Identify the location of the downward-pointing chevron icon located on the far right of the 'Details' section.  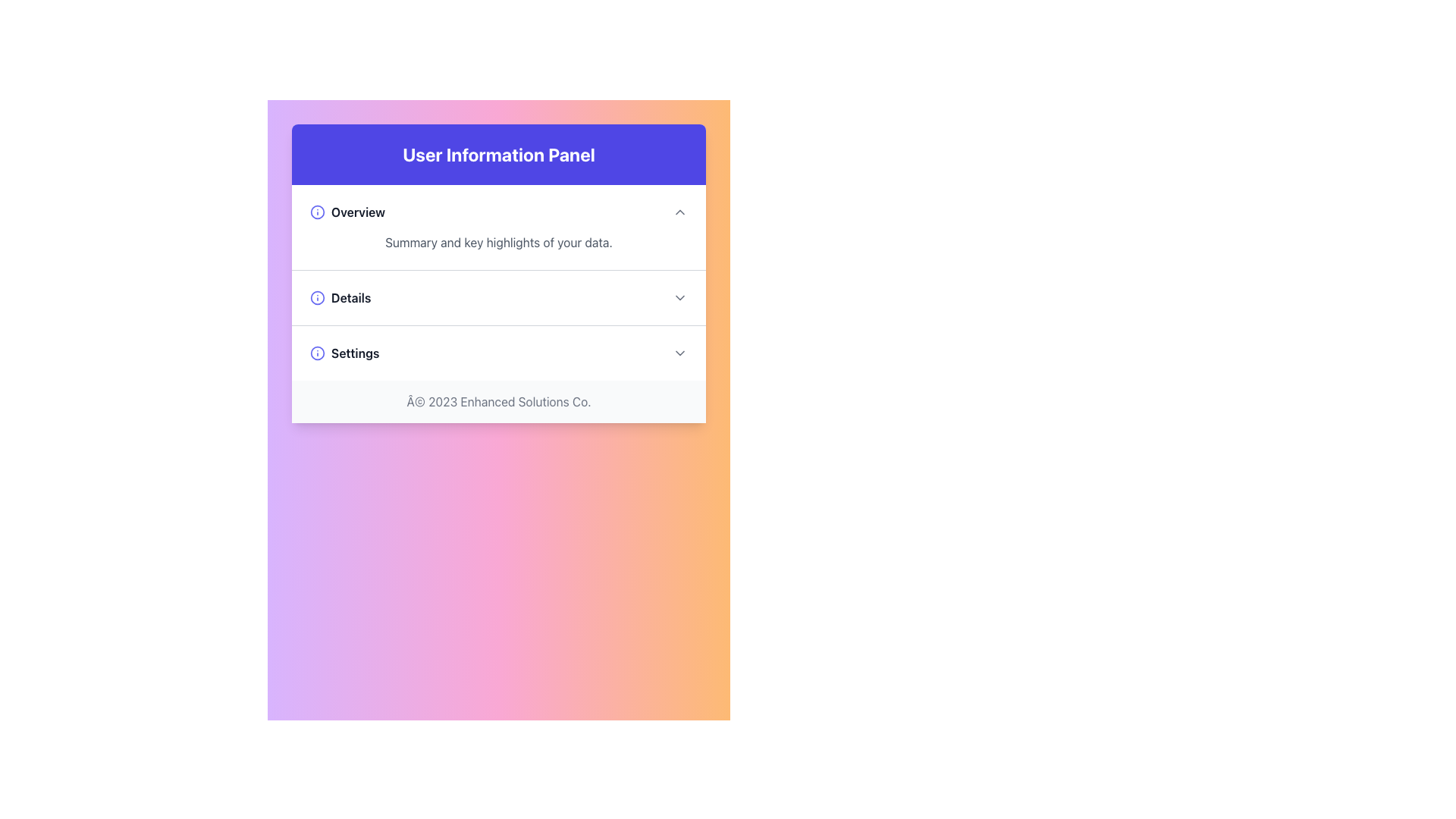
(679, 298).